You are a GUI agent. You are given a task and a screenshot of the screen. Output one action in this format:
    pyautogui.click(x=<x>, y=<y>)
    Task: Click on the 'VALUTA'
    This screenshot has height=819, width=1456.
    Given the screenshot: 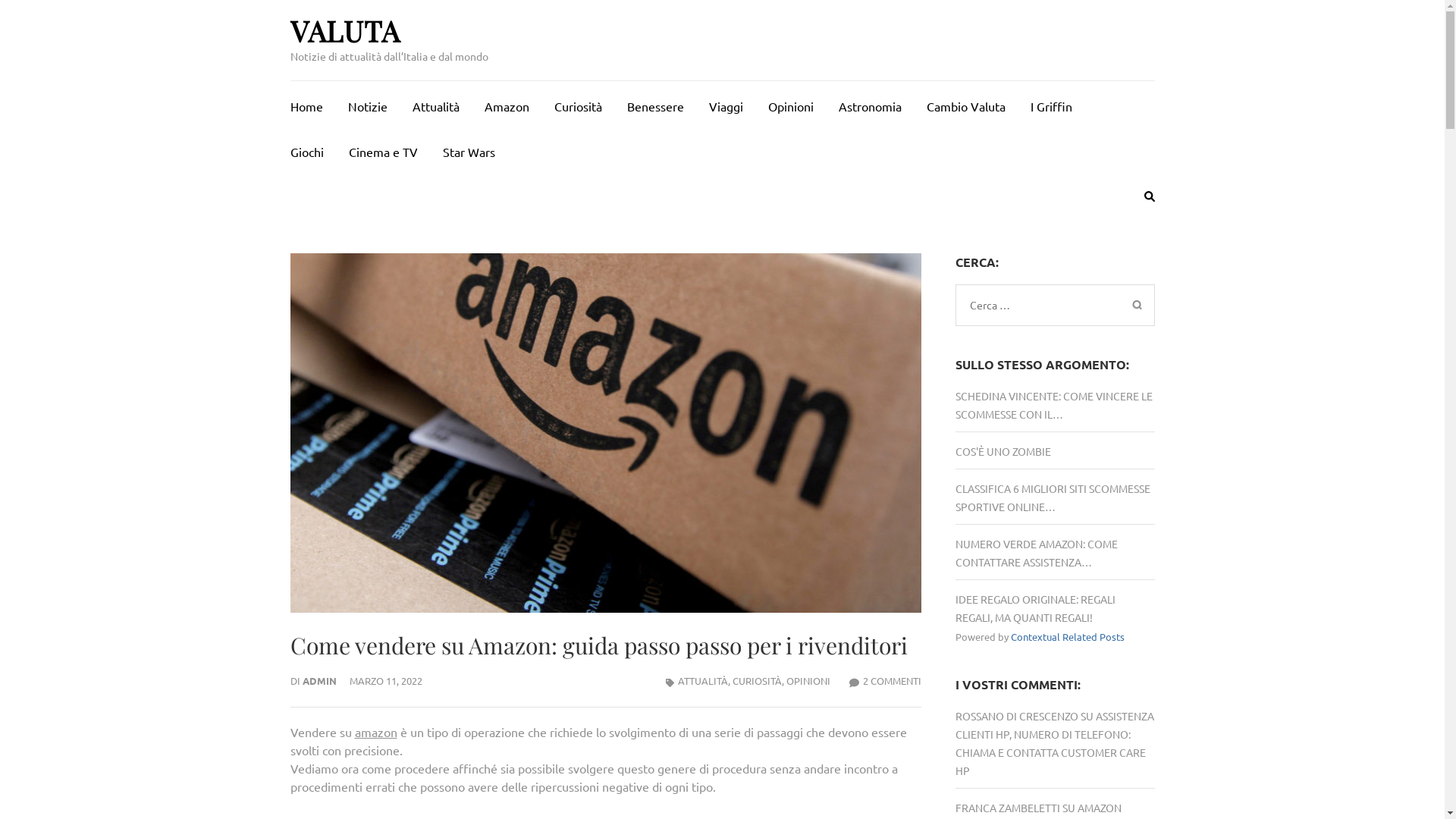 What is the action you would take?
    pyautogui.click(x=344, y=30)
    